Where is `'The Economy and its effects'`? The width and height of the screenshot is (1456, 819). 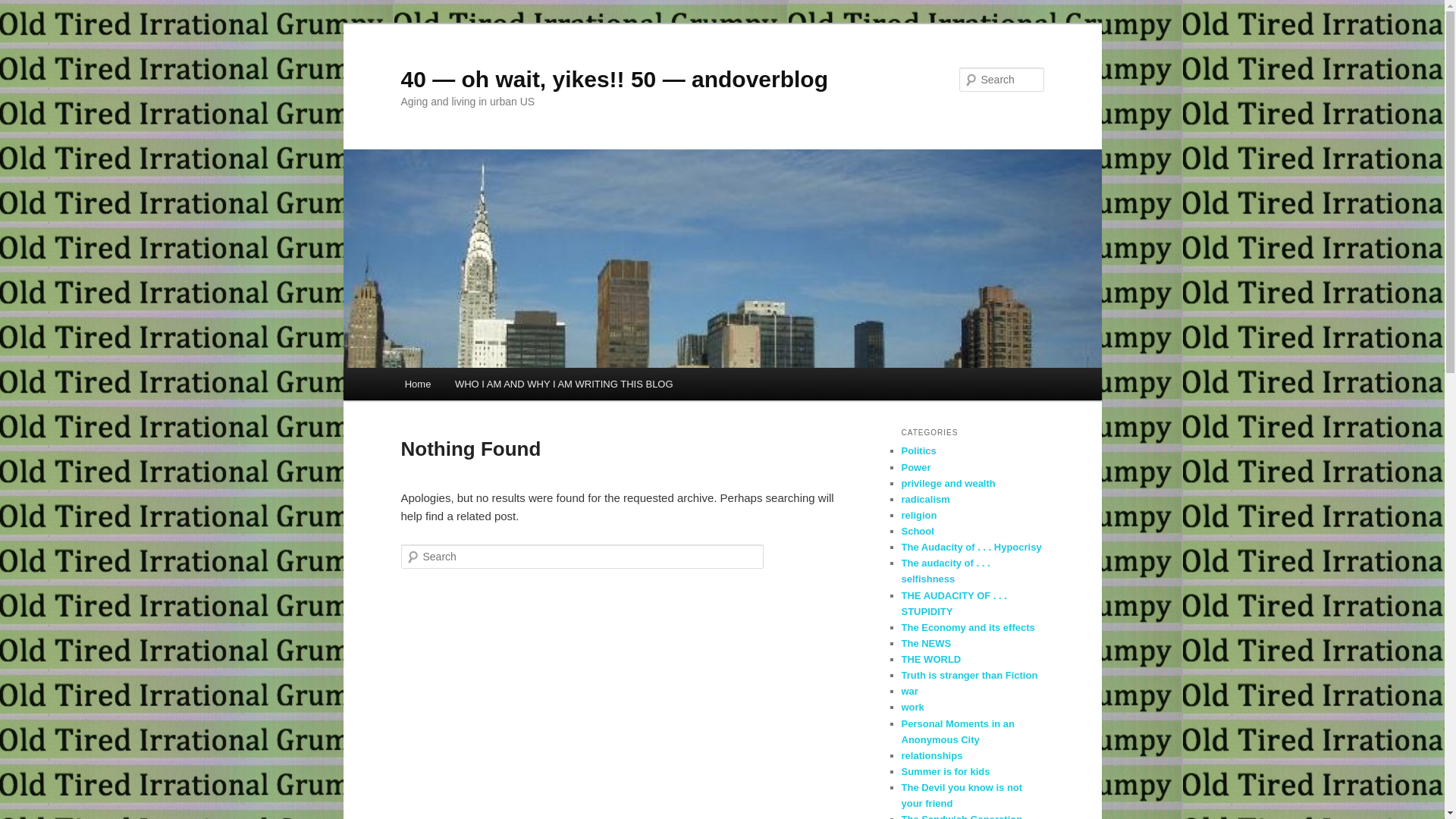
'The Economy and its effects' is located at coordinates (967, 627).